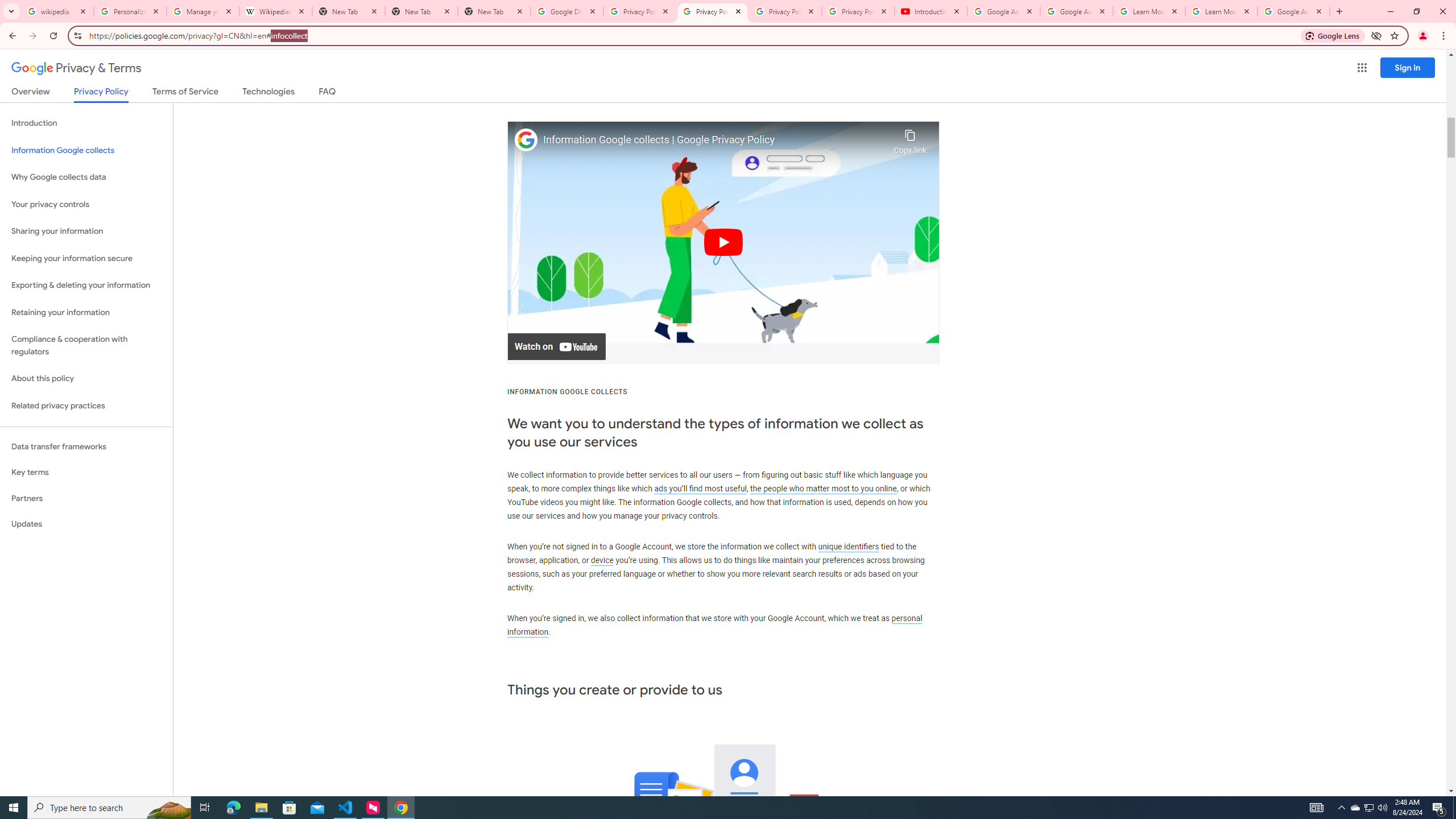 The width and height of the screenshot is (1456, 819). What do you see at coordinates (130, 11) in the screenshot?
I see `'Personalization & Google Search results - Google Search Help'` at bounding box center [130, 11].